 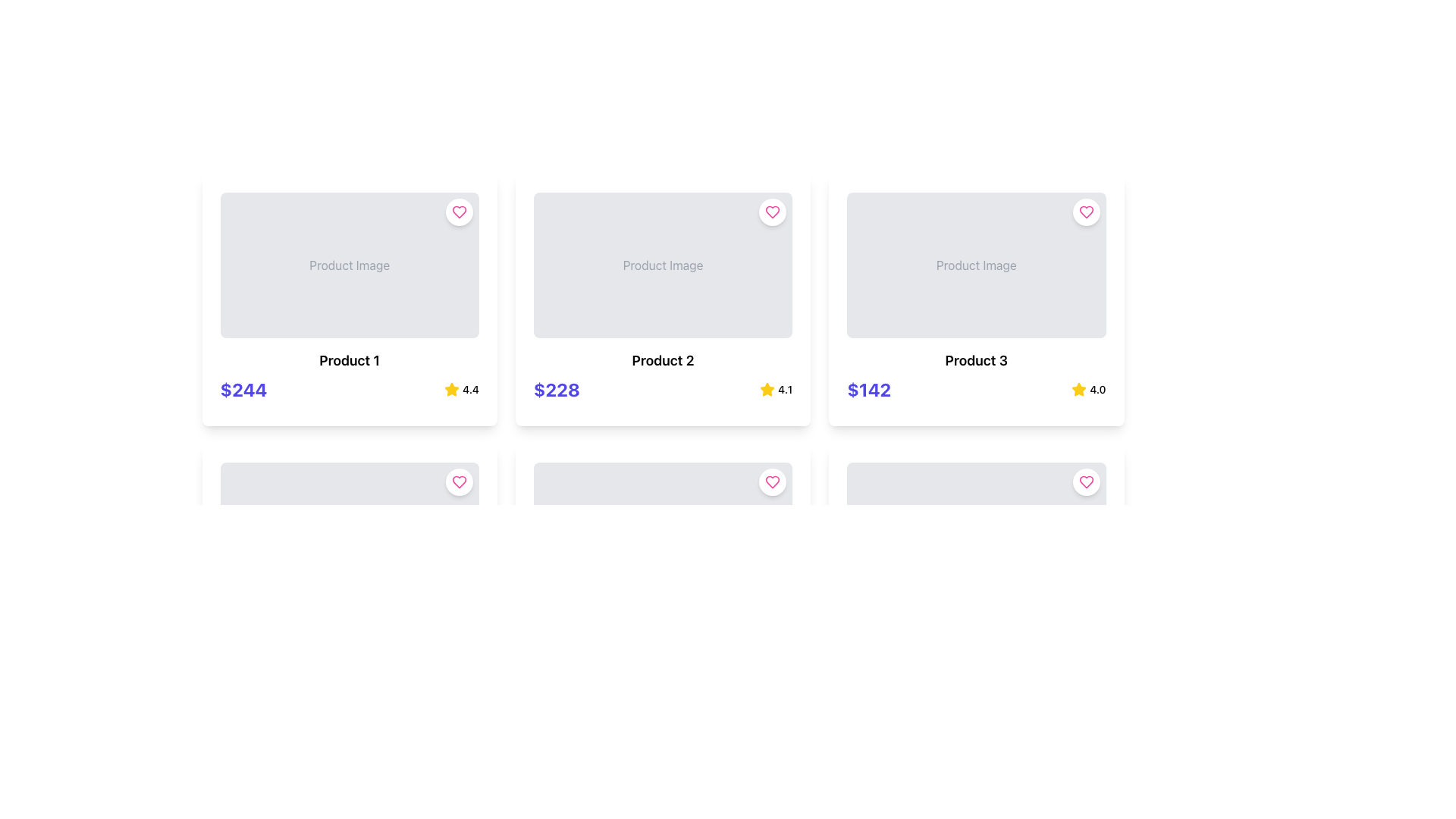 What do you see at coordinates (1085, 212) in the screenshot?
I see `the circular button with a white background and pink heart icon located at the top-right corner of the 'Product 3' card` at bounding box center [1085, 212].